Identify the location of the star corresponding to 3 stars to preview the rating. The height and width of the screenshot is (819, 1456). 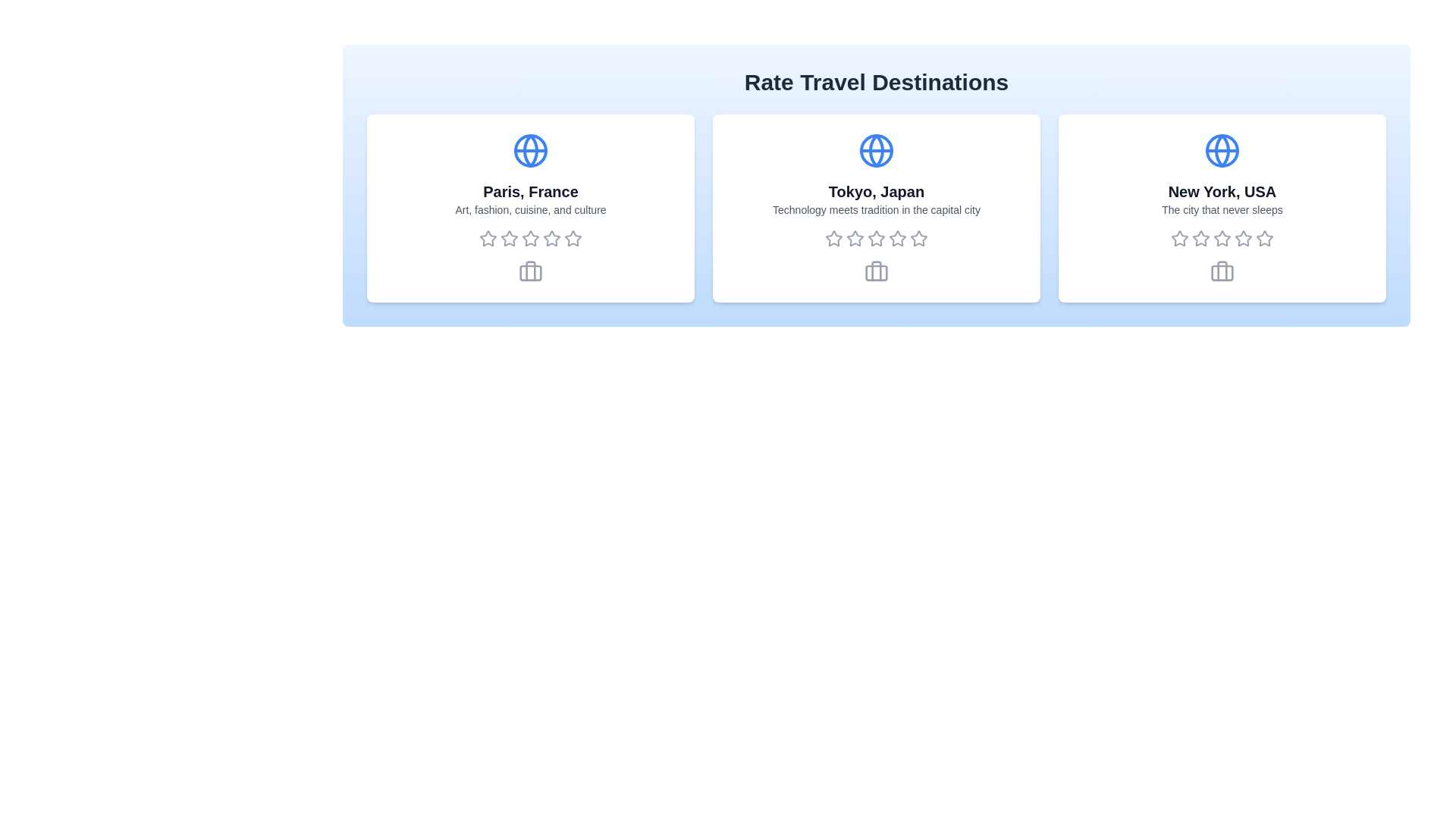
(531, 239).